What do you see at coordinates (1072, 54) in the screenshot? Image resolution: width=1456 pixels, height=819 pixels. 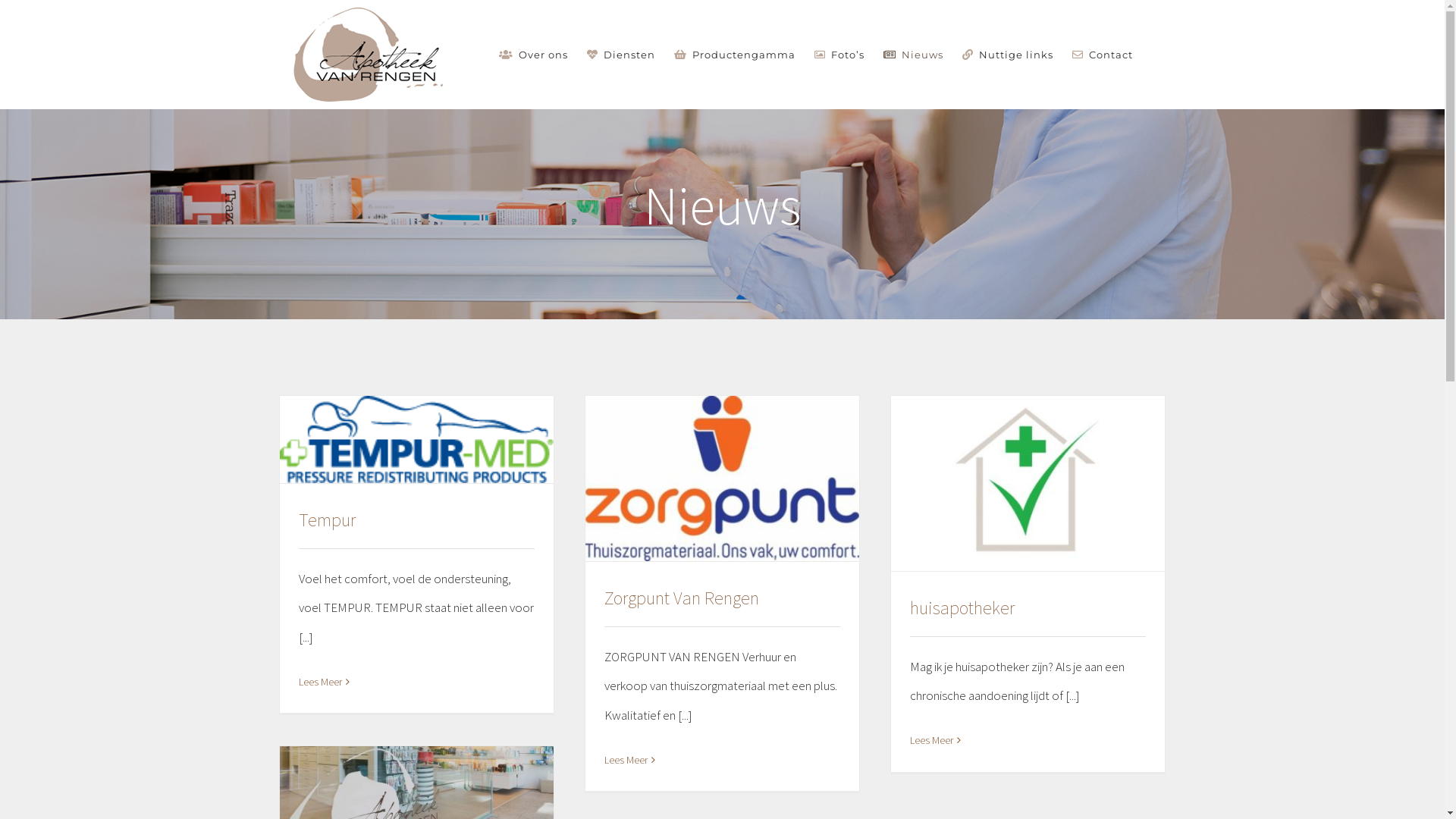 I see `'Contact'` at bounding box center [1072, 54].